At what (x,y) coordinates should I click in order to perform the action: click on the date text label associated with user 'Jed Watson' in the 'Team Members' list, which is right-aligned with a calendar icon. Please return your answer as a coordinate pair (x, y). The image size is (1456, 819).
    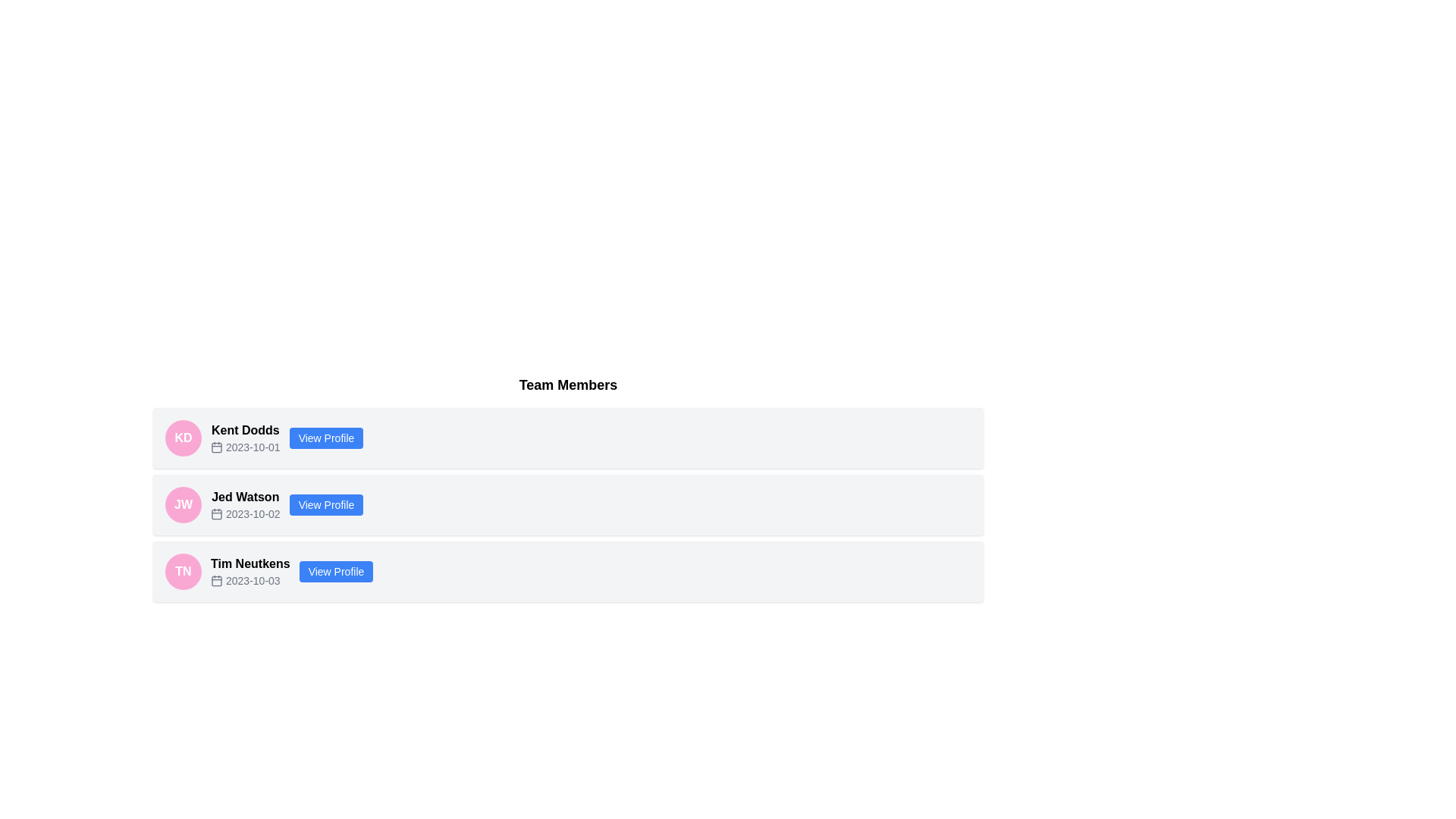
    Looking at the image, I should click on (253, 513).